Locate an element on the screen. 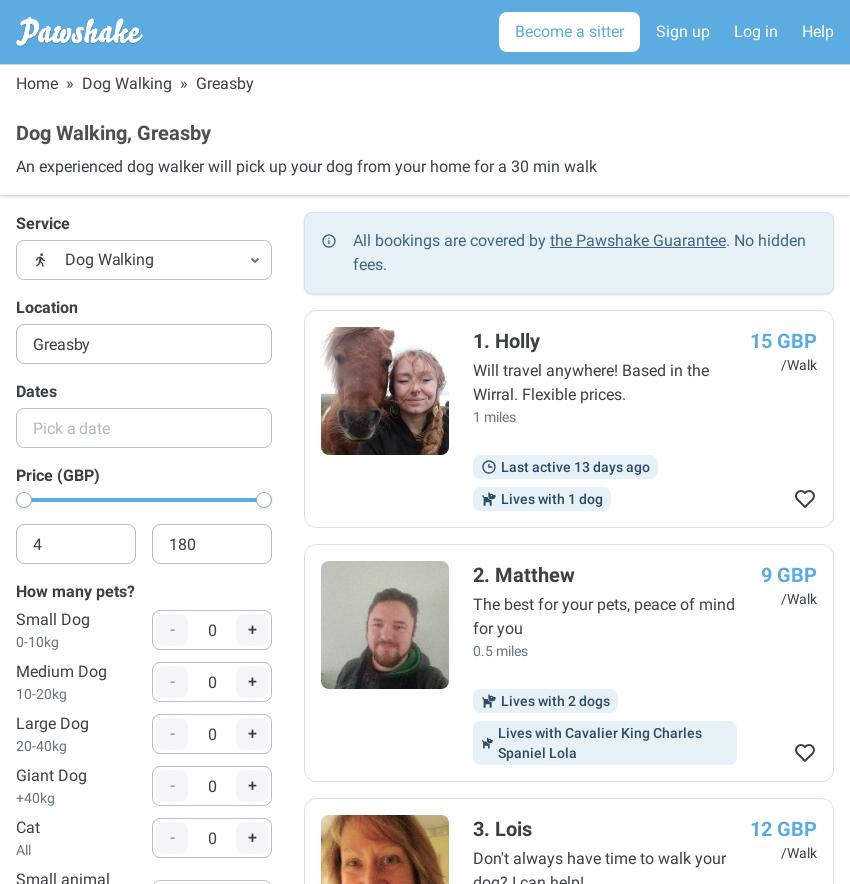 The height and width of the screenshot is (884, 850). '10-20kg' is located at coordinates (40, 694).